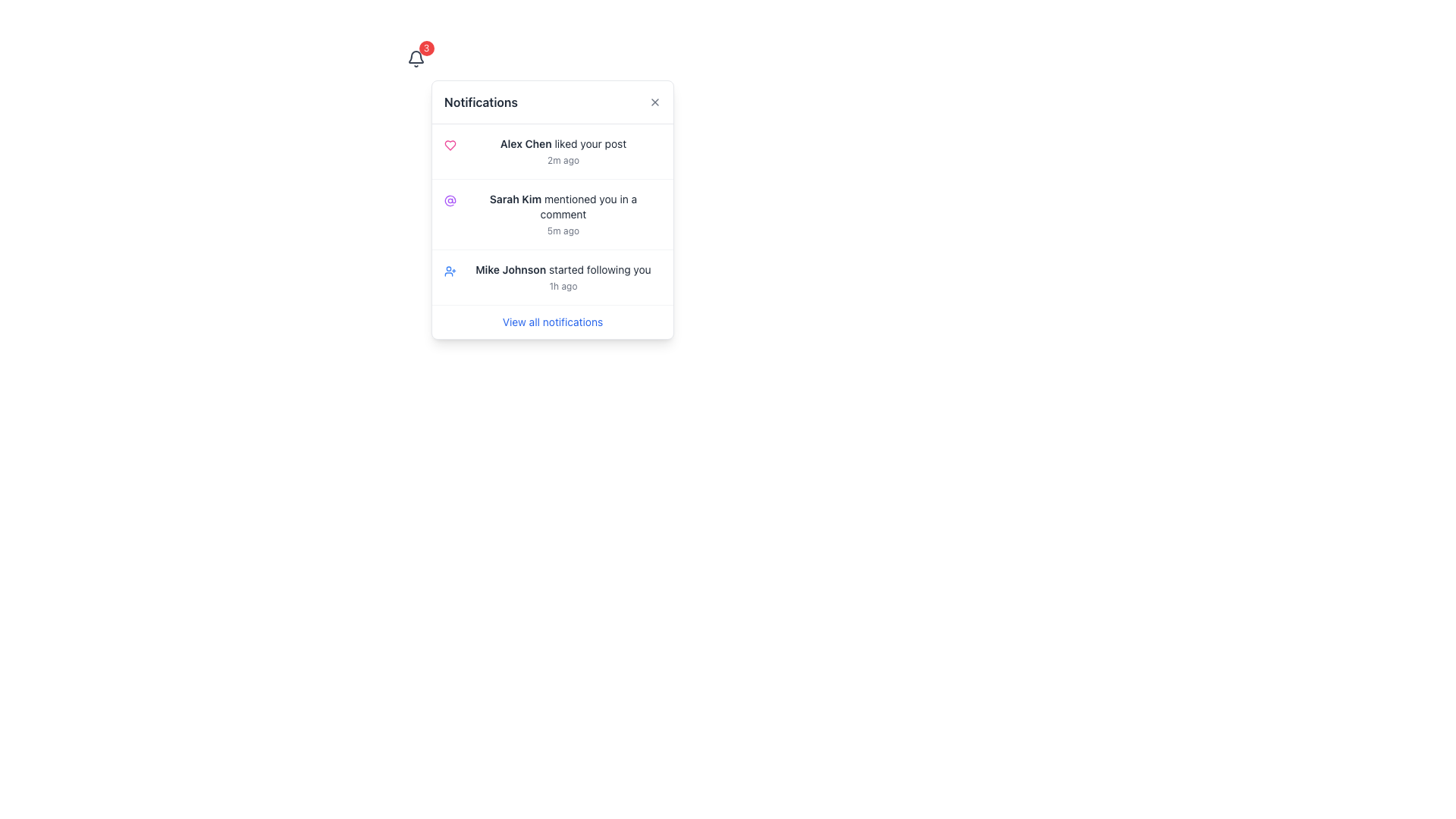  What do you see at coordinates (552, 215) in the screenshot?
I see `the second notification list item` at bounding box center [552, 215].